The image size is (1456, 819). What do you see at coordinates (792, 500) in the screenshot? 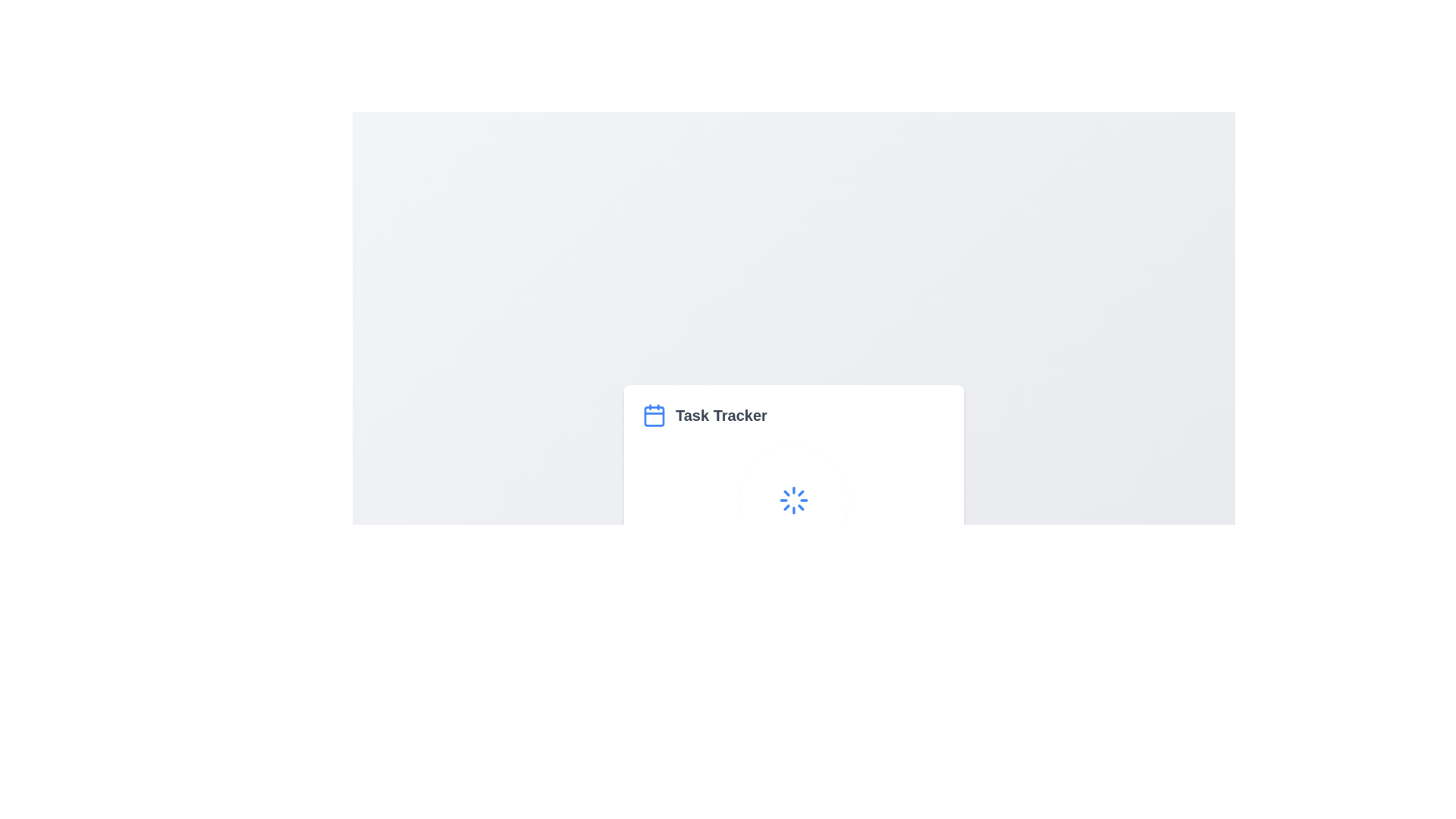
I see `the circular spinner loading indicator located below the 'Task Tracker' label to monitor the loading status` at bounding box center [792, 500].